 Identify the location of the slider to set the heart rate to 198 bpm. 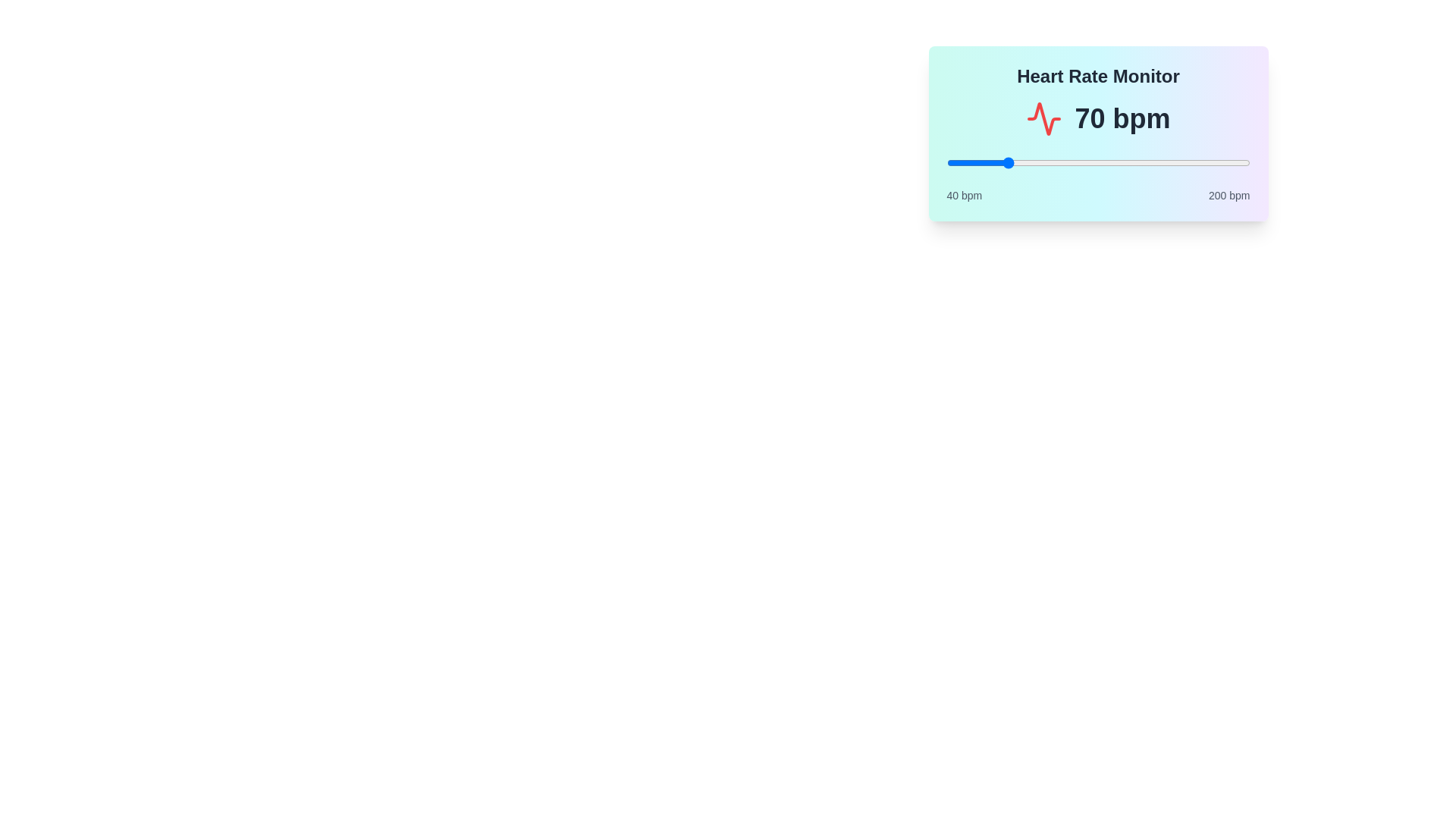
(1246, 163).